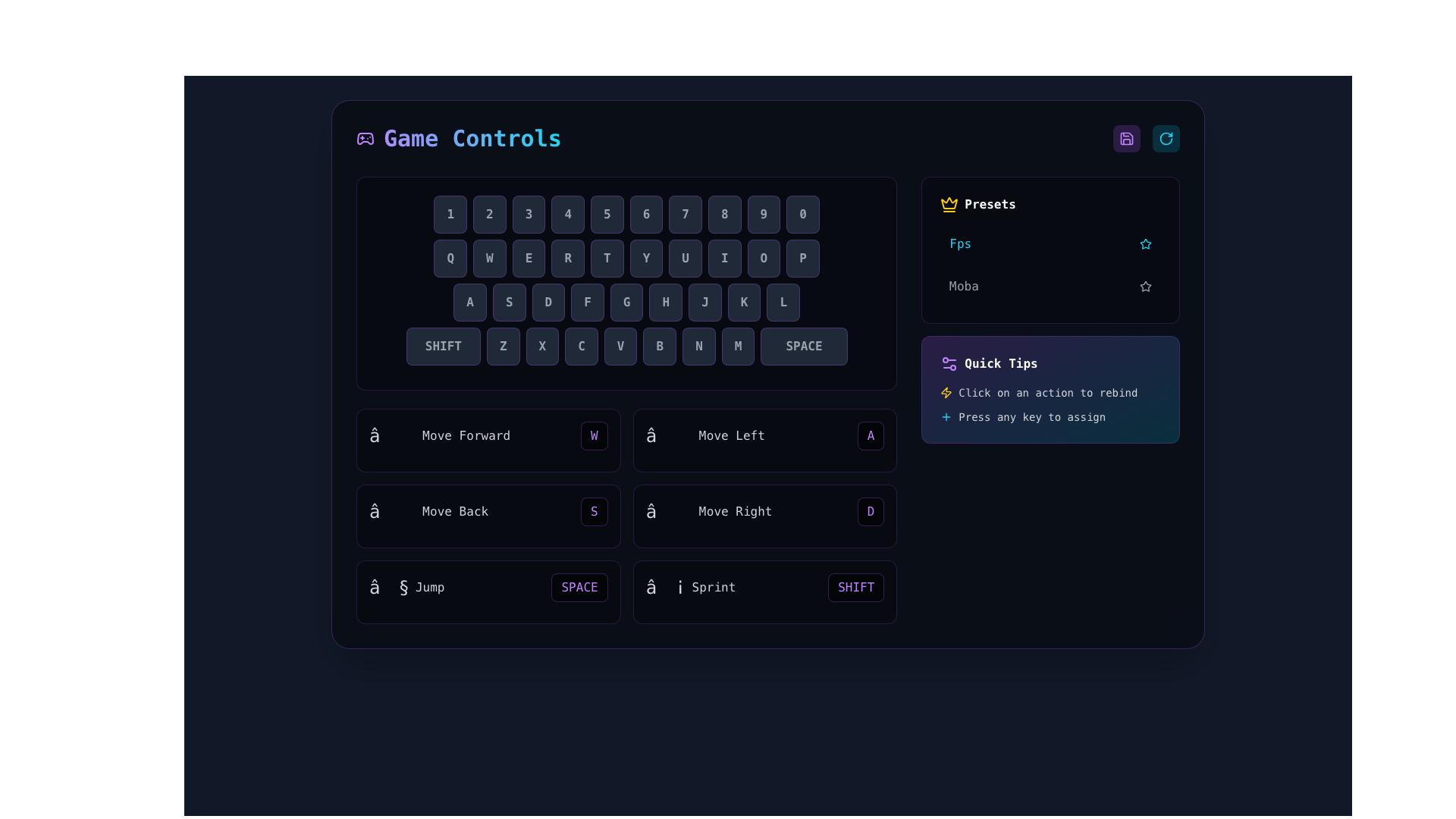  What do you see at coordinates (1050, 287) in the screenshot?
I see `the second item in the 'Presets' section of the interactive list` at bounding box center [1050, 287].